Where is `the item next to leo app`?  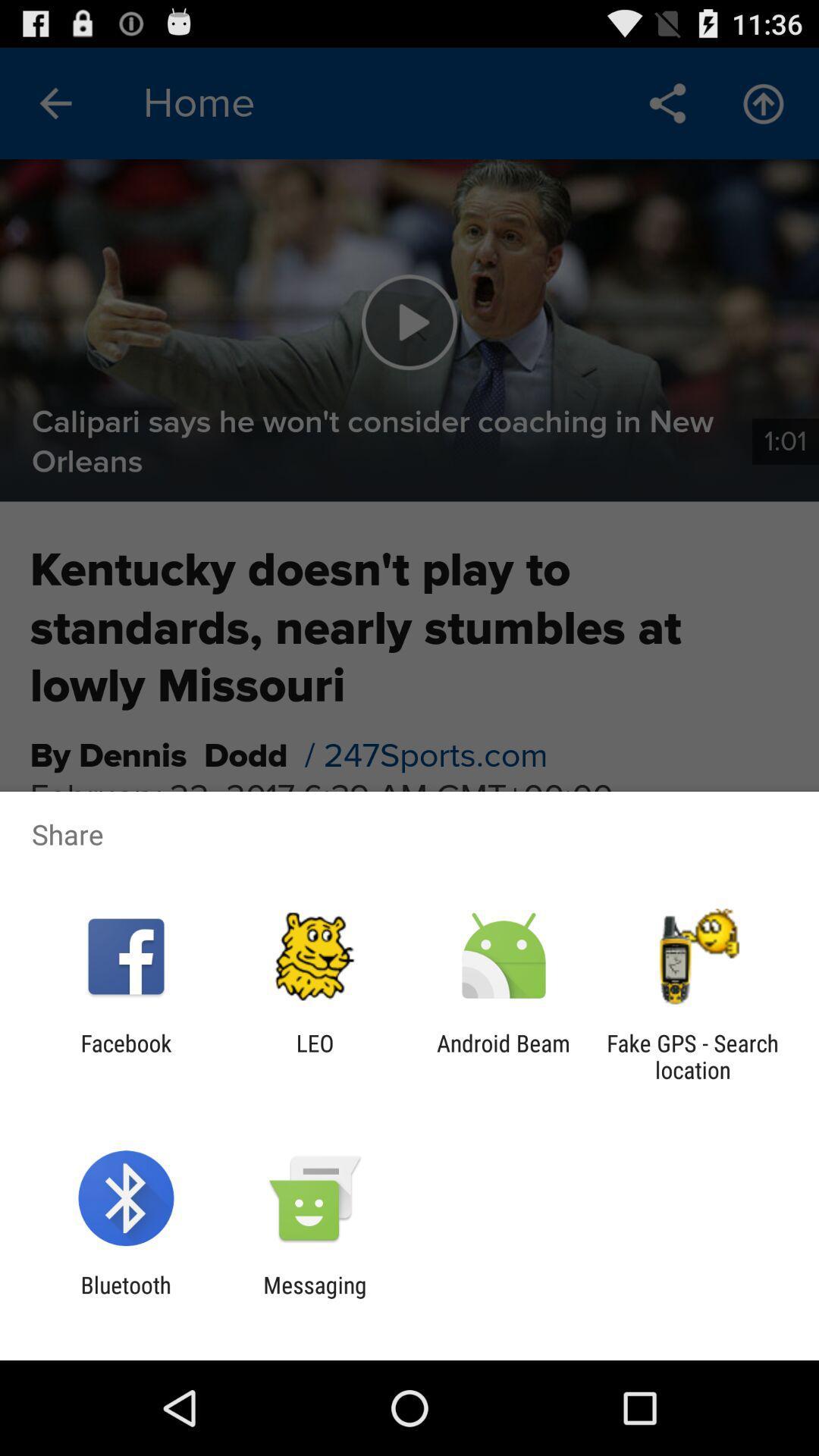 the item next to leo app is located at coordinates (125, 1056).